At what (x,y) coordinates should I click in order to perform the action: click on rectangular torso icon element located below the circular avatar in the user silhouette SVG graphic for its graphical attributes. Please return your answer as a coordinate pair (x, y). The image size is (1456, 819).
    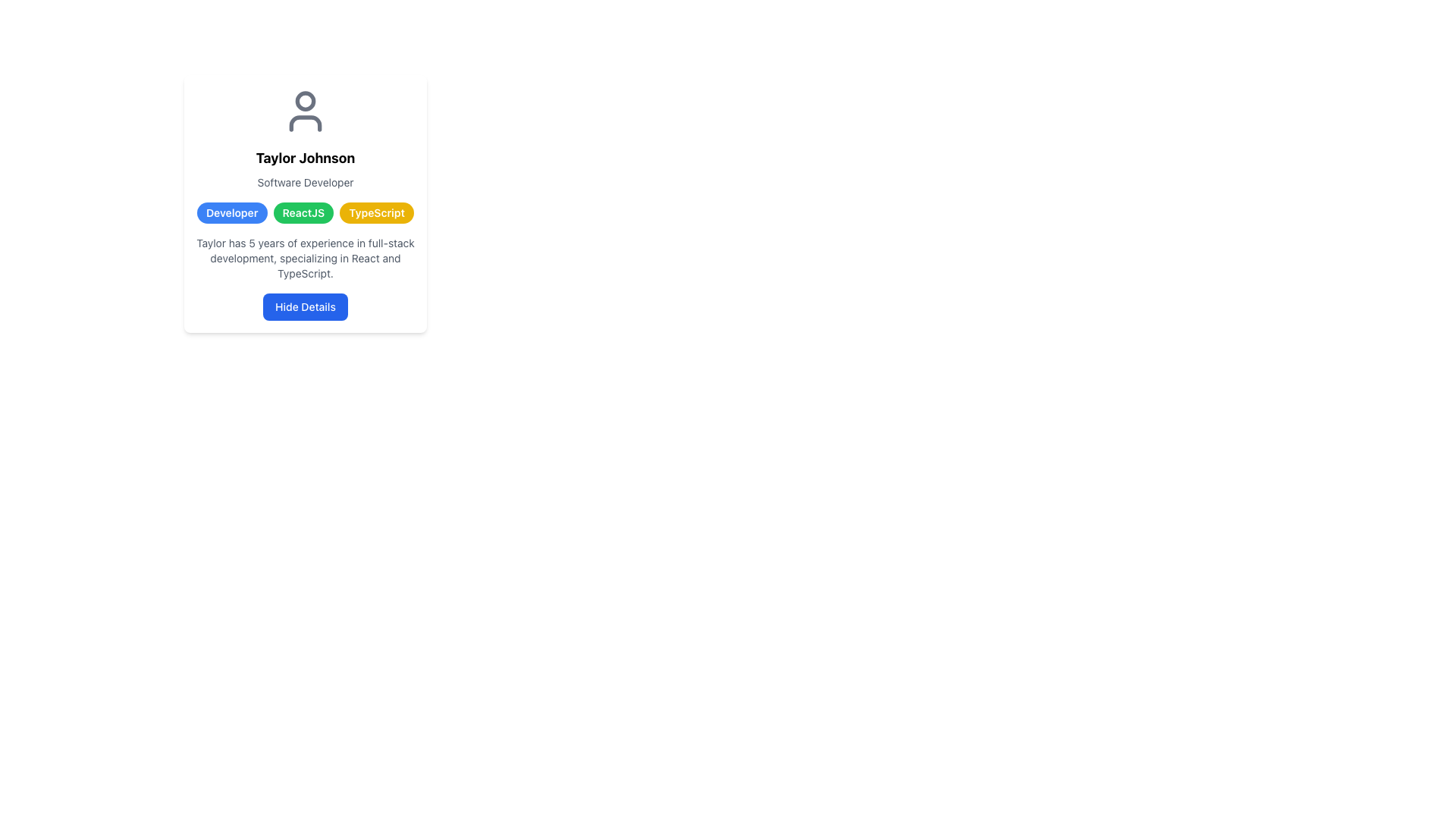
    Looking at the image, I should click on (305, 122).